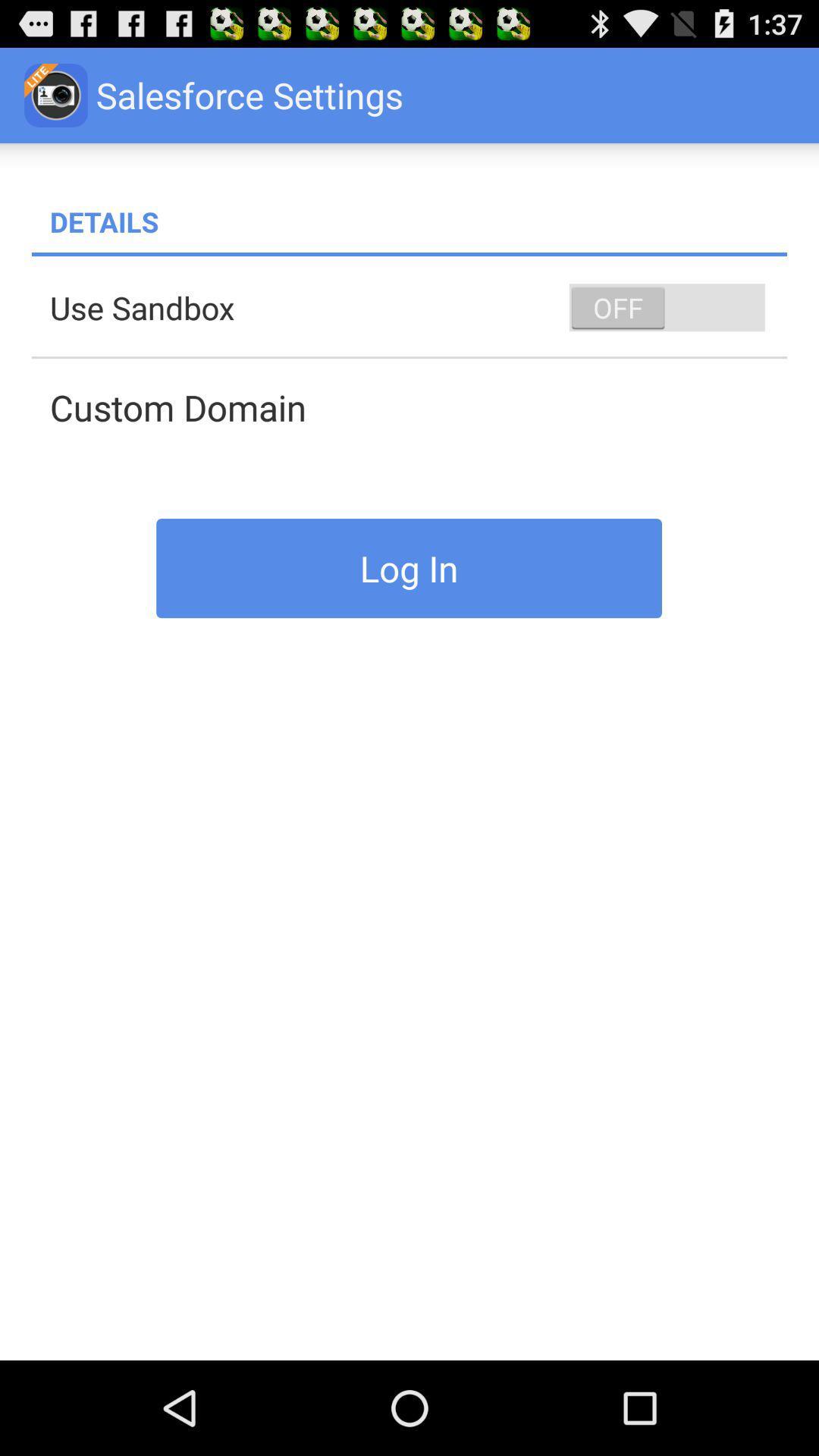 Image resolution: width=819 pixels, height=1456 pixels. What do you see at coordinates (418, 407) in the screenshot?
I see `custom domain` at bounding box center [418, 407].